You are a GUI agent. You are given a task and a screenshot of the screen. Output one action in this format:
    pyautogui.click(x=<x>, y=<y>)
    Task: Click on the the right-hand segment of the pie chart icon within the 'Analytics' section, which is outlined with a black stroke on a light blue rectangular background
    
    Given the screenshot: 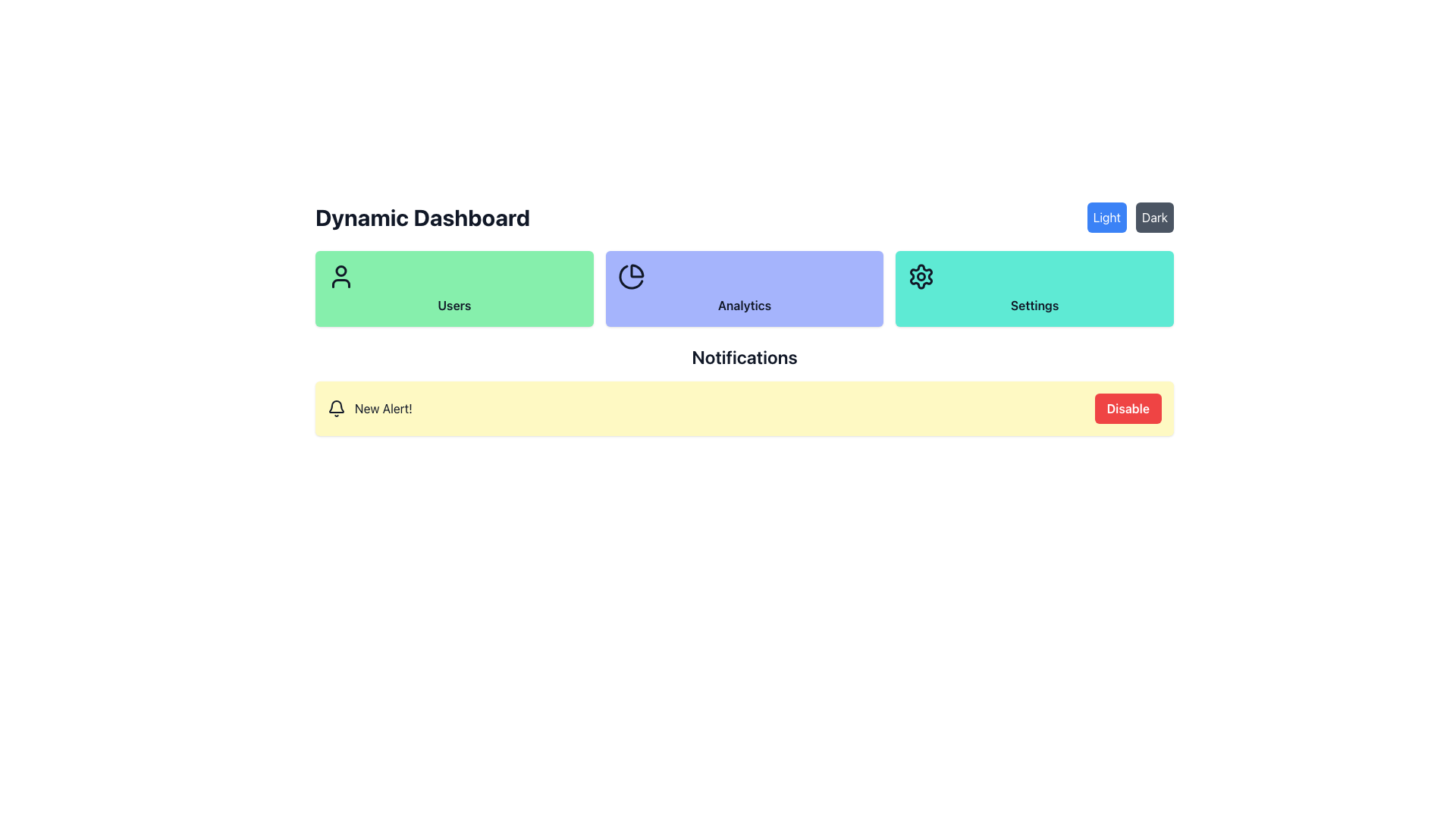 What is the action you would take?
    pyautogui.click(x=631, y=277)
    